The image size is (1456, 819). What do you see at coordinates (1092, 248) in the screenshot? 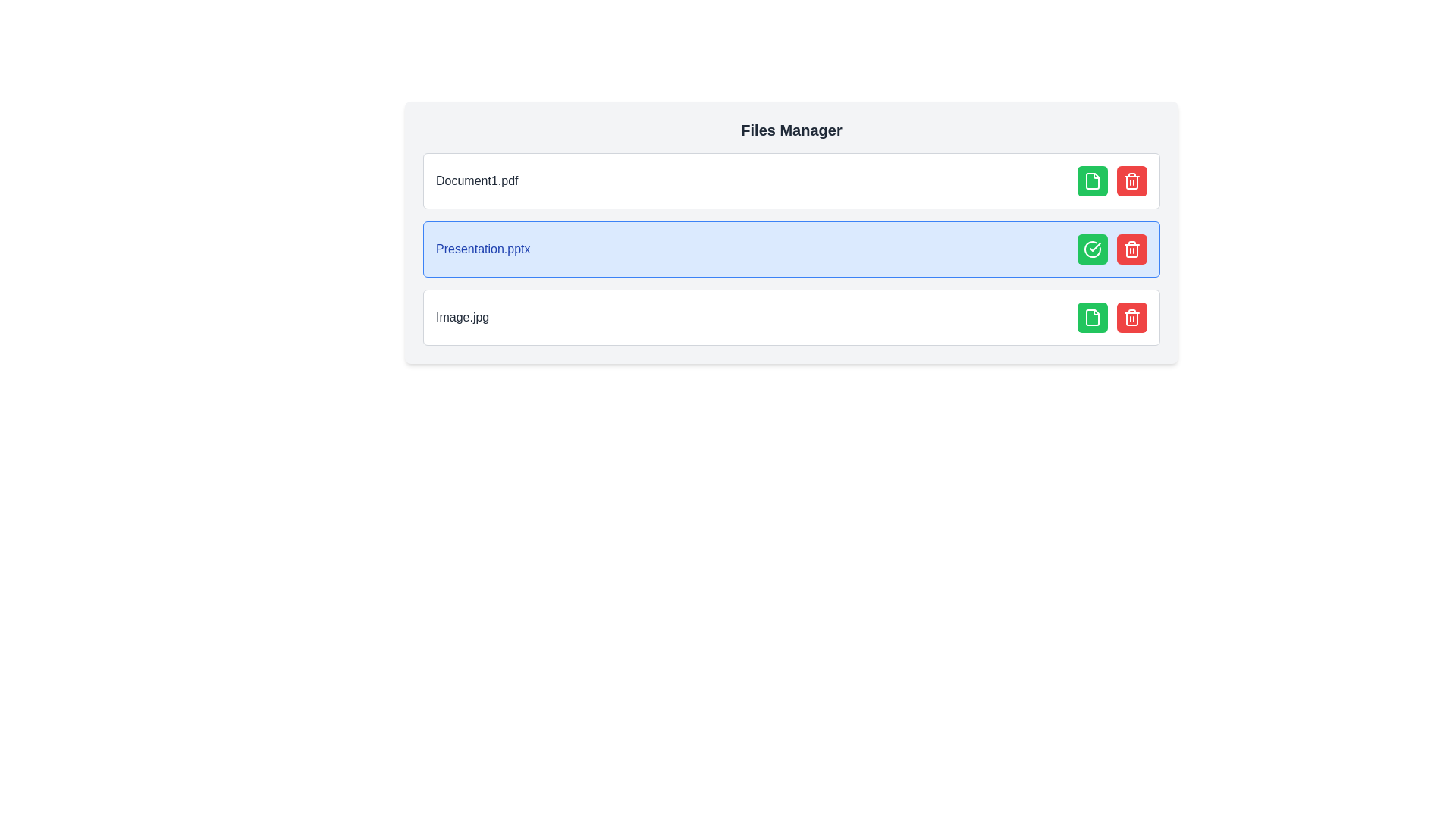
I see `the success confirmation SVG icon located on the rounded green button next to the file 'Presentation.pptx' in the file manager interface` at bounding box center [1092, 248].